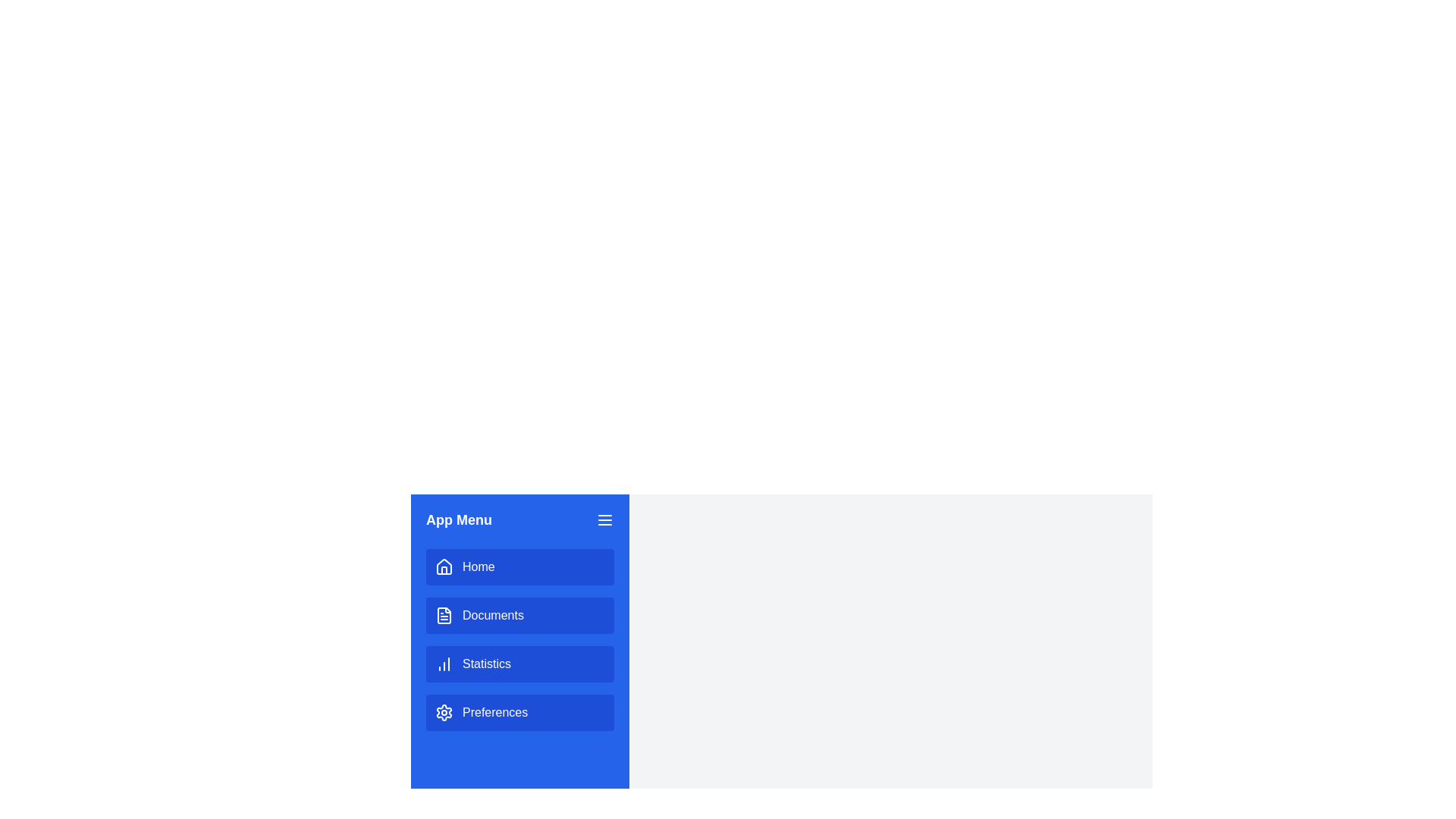 The image size is (1456, 819). Describe the element at coordinates (520, 616) in the screenshot. I see `the 'Documents' menu button` at that location.